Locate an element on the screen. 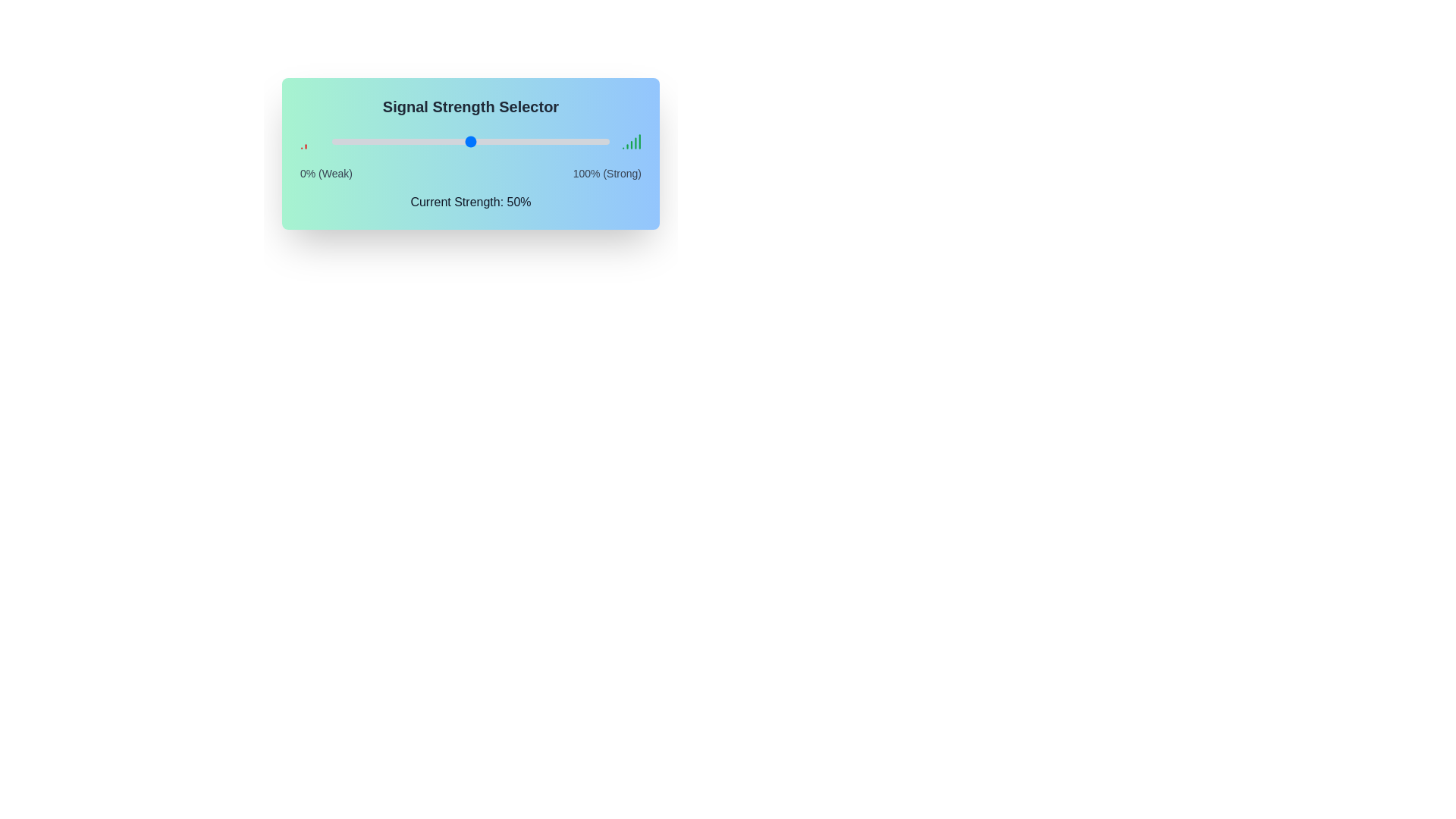 The image size is (1456, 819). the signal strength slider to 56% to observe the visual signal strength indicators is located at coordinates (488, 141).